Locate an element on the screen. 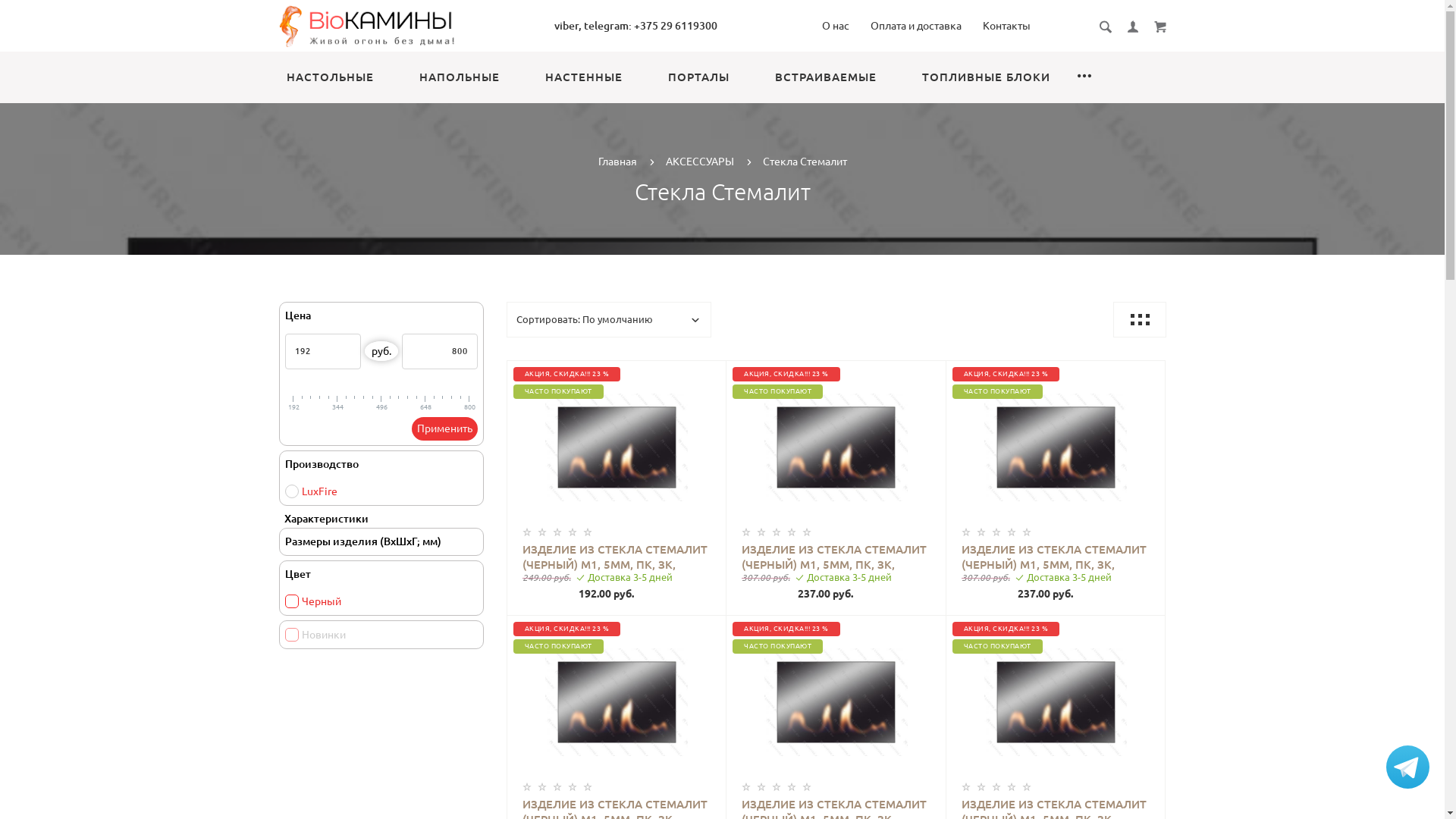 The image size is (1456, 819). 'viber, telegram: +375 29 6119300' is located at coordinates (635, 26).